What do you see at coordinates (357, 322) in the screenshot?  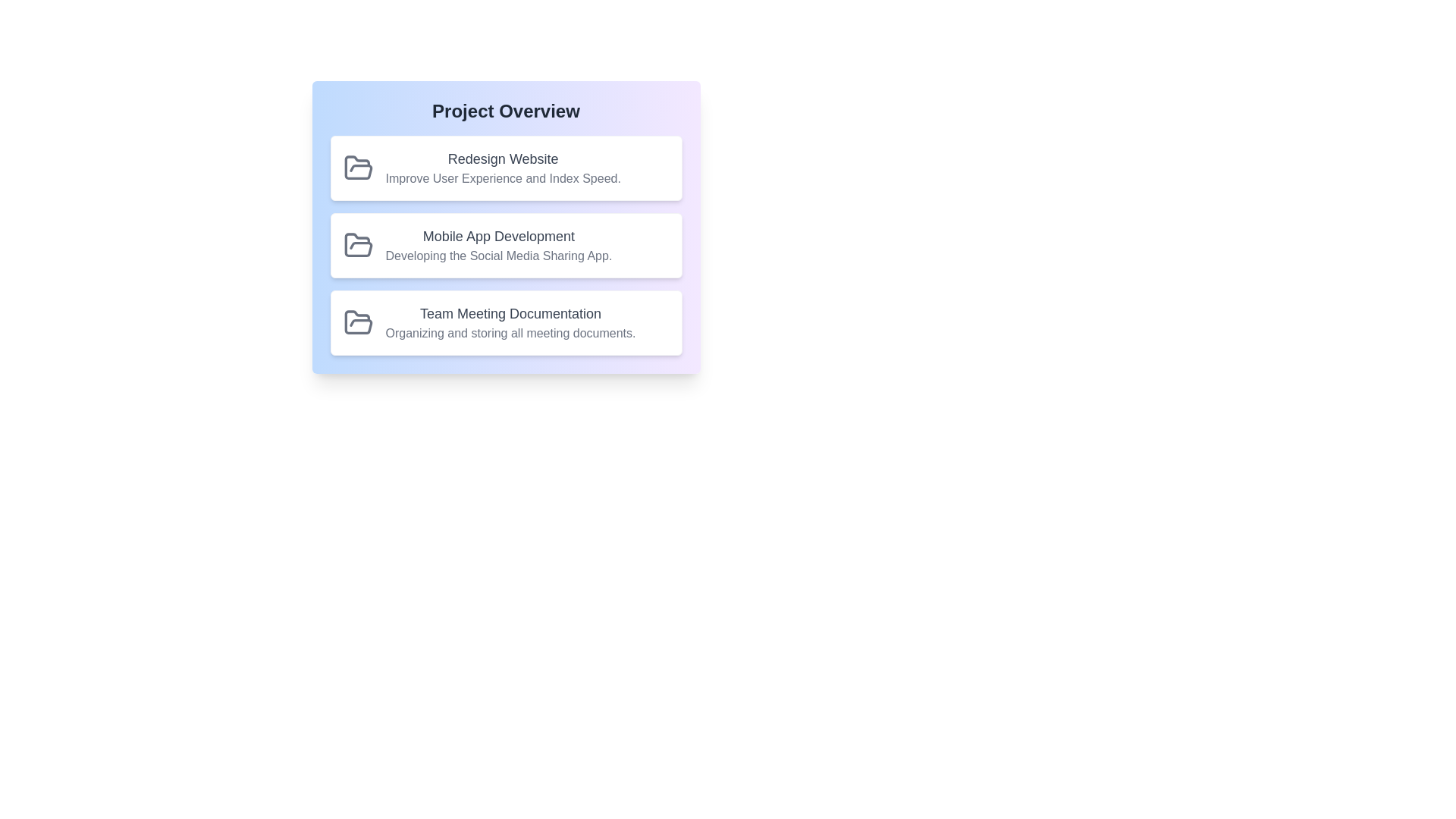 I see `the folder icon for the project titled 'Team Meeting Documentation'` at bounding box center [357, 322].